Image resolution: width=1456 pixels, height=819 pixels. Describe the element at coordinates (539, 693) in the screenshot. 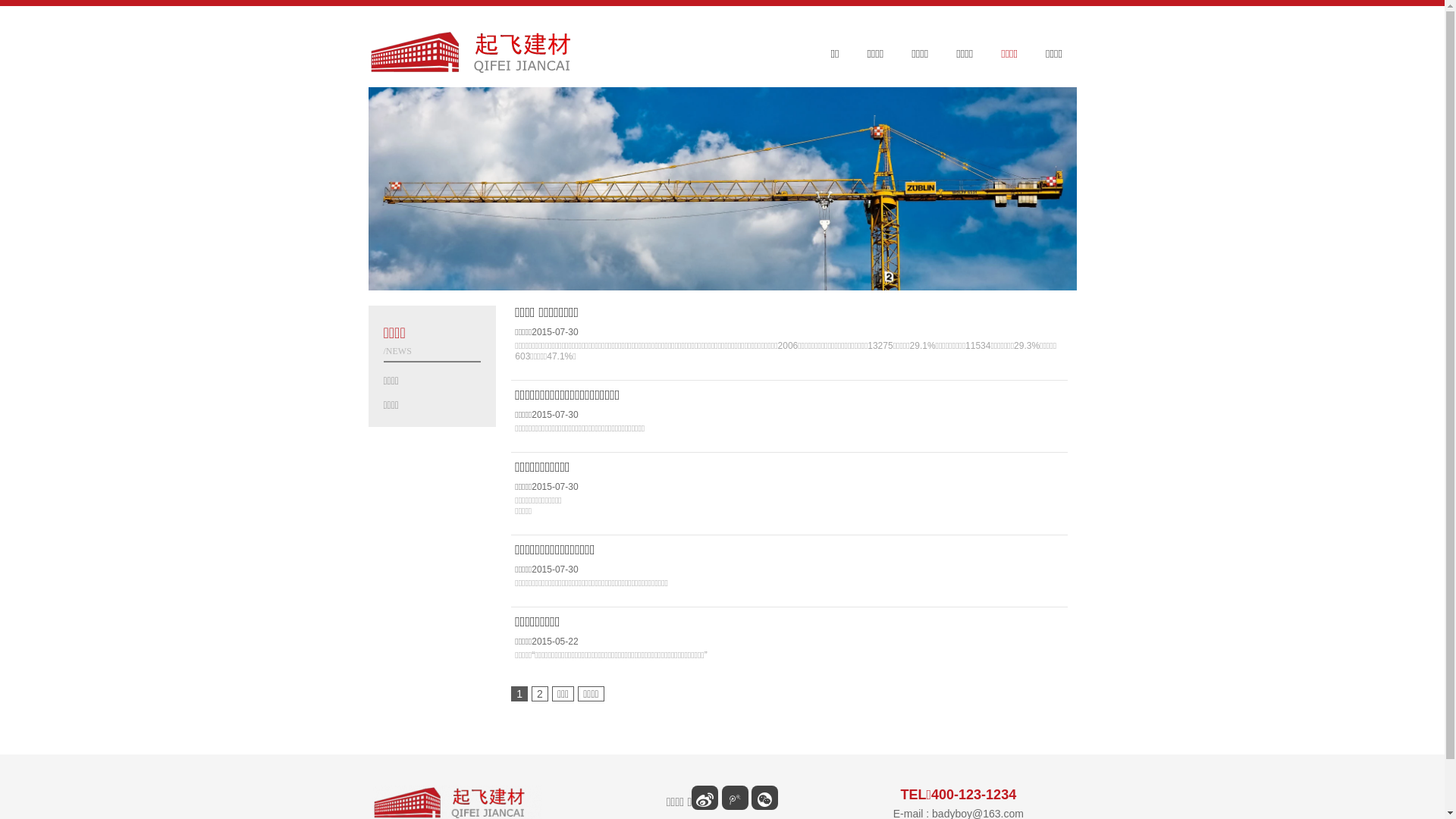

I see `'2'` at that location.